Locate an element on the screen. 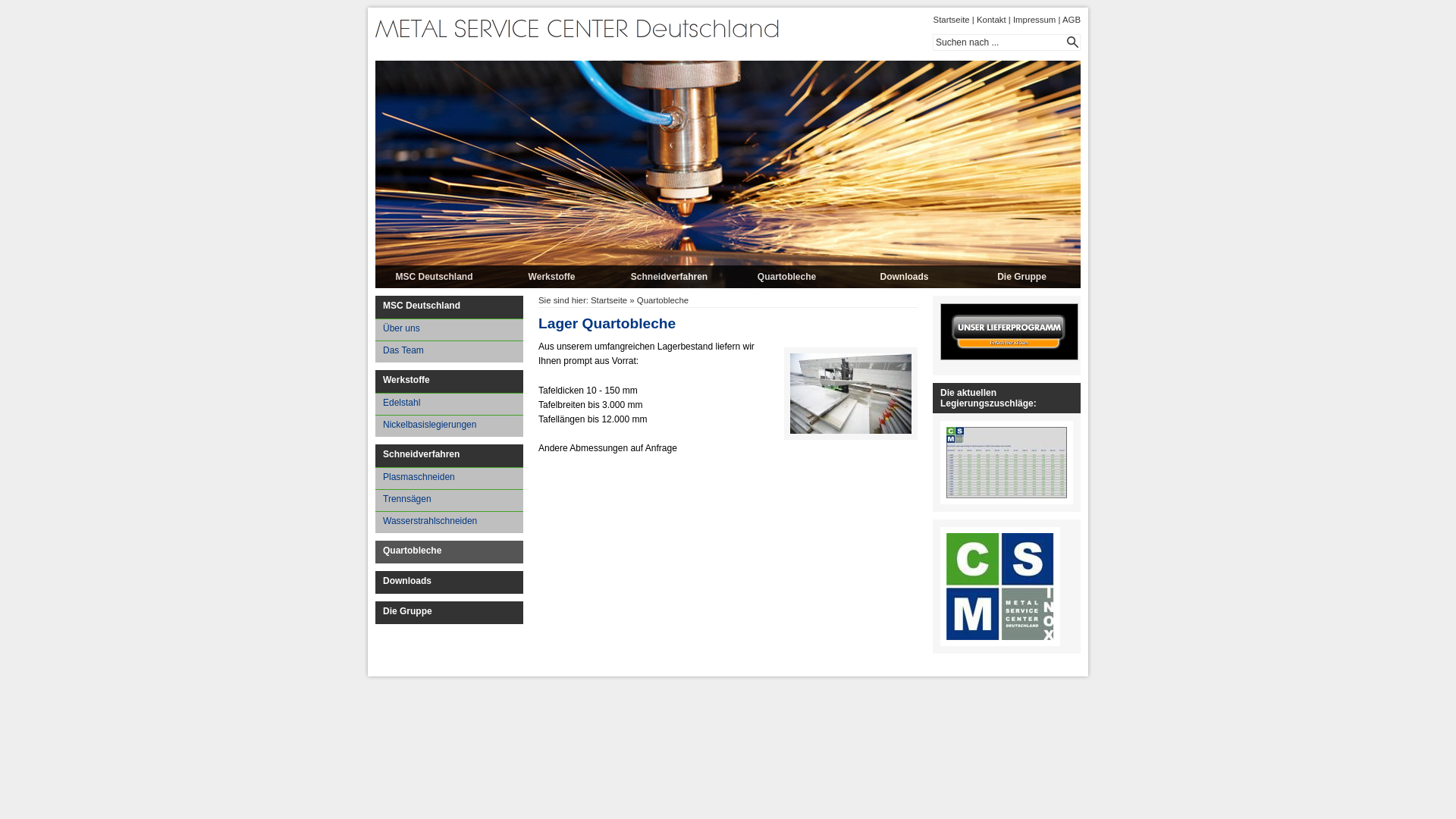 The width and height of the screenshot is (1456, 819). 'AGB' is located at coordinates (1070, 20).